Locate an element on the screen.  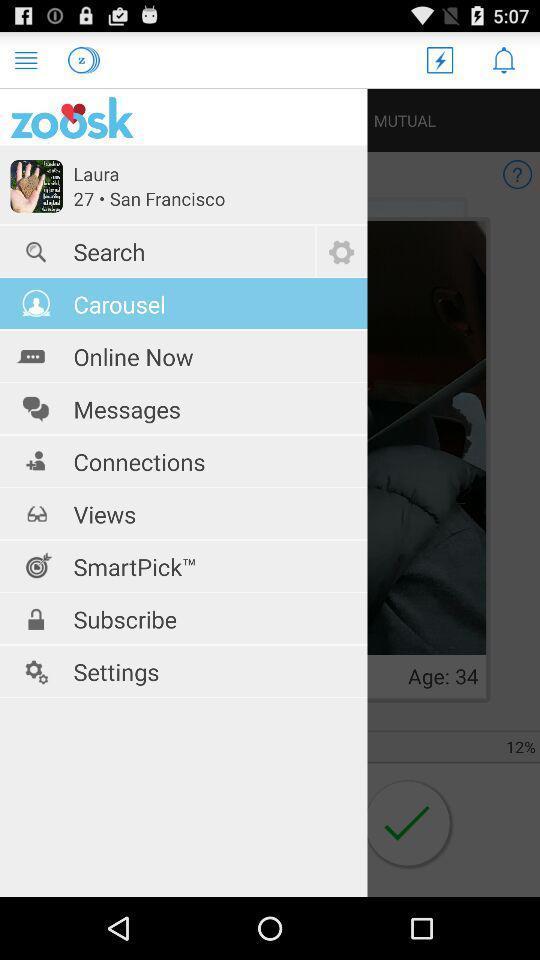
the help icon is located at coordinates (517, 186).